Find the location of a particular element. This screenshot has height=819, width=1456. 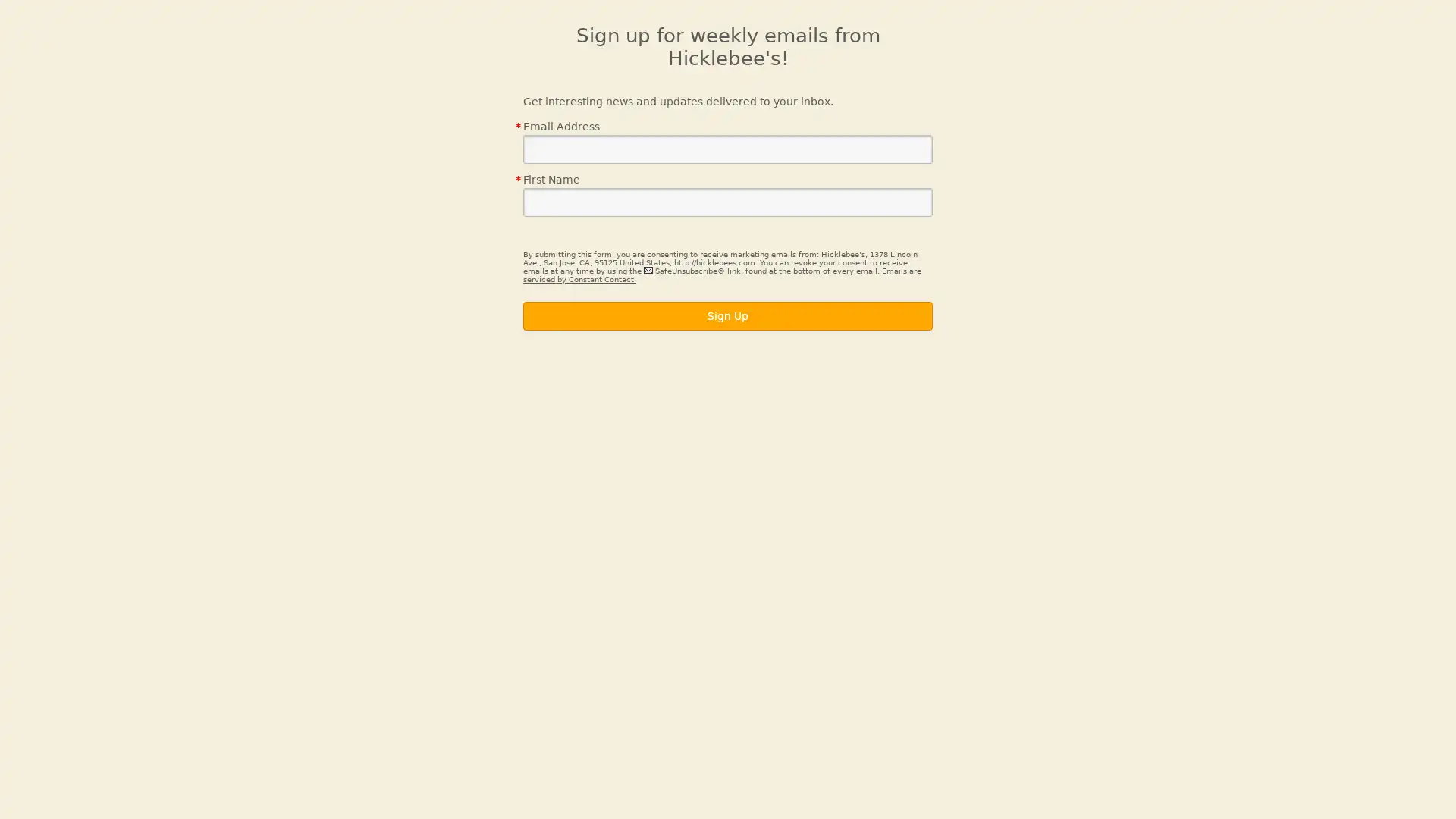

Sign Up is located at coordinates (728, 315).